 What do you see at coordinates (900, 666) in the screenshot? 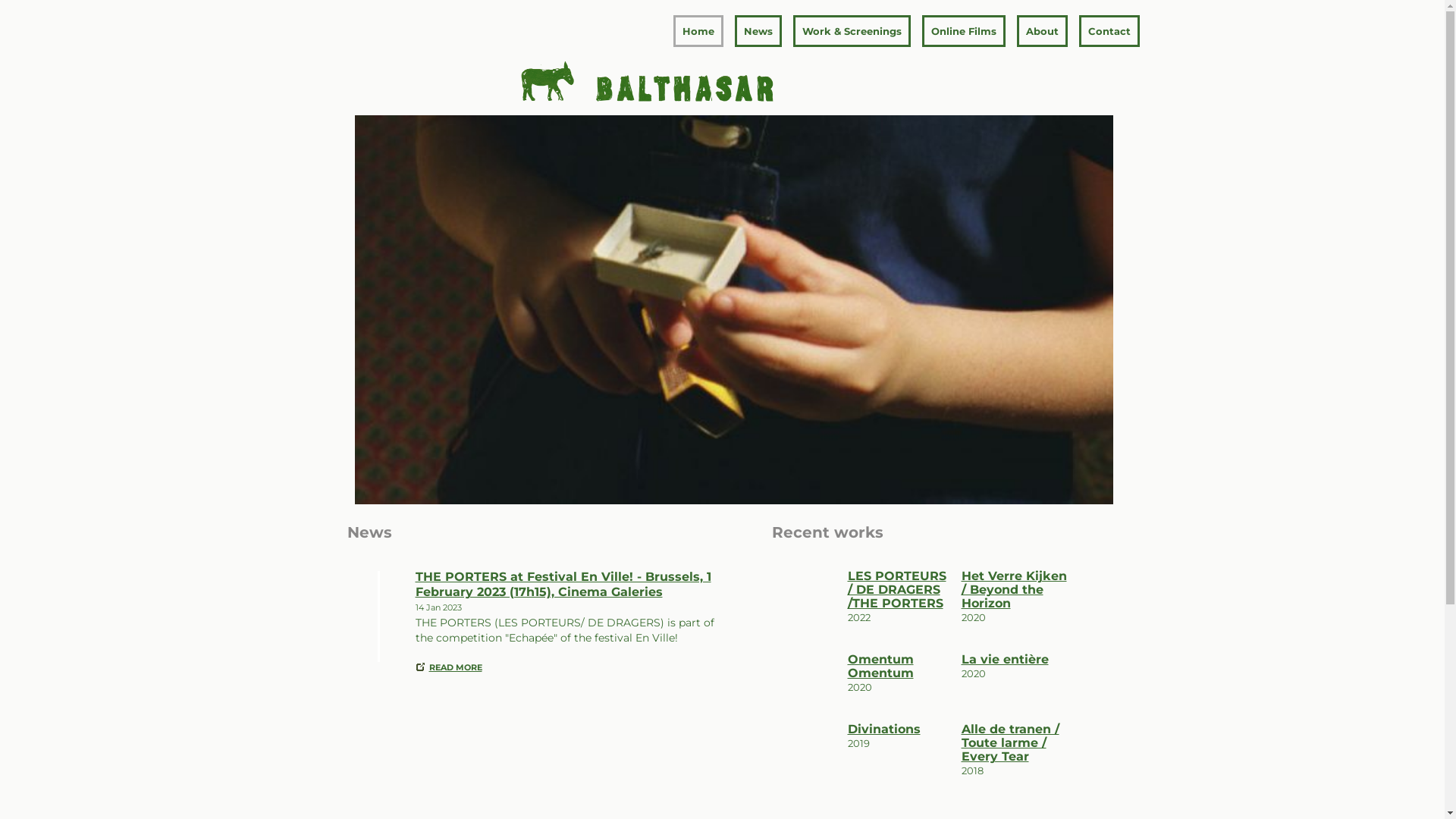
I see `'Omentum Omentum'` at bounding box center [900, 666].